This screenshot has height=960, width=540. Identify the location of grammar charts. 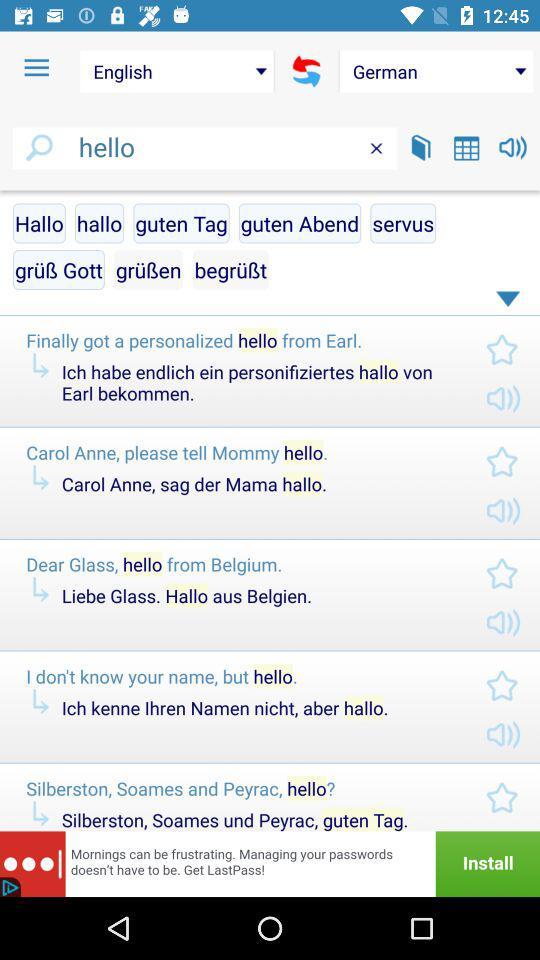
(466, 147).